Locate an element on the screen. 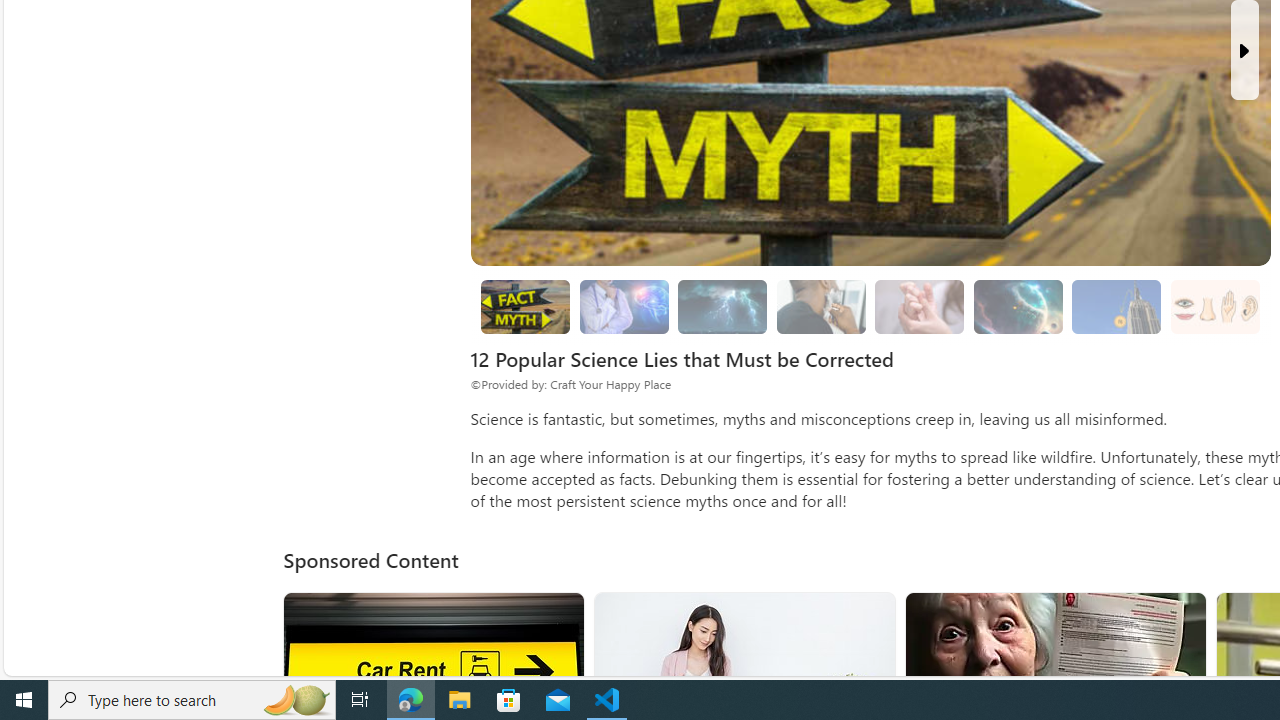 Image resolution: width=1280 pixels, height=720 pixels. 'Knuckle Cracking and Arthritis' is located at coordinates (919, 307).